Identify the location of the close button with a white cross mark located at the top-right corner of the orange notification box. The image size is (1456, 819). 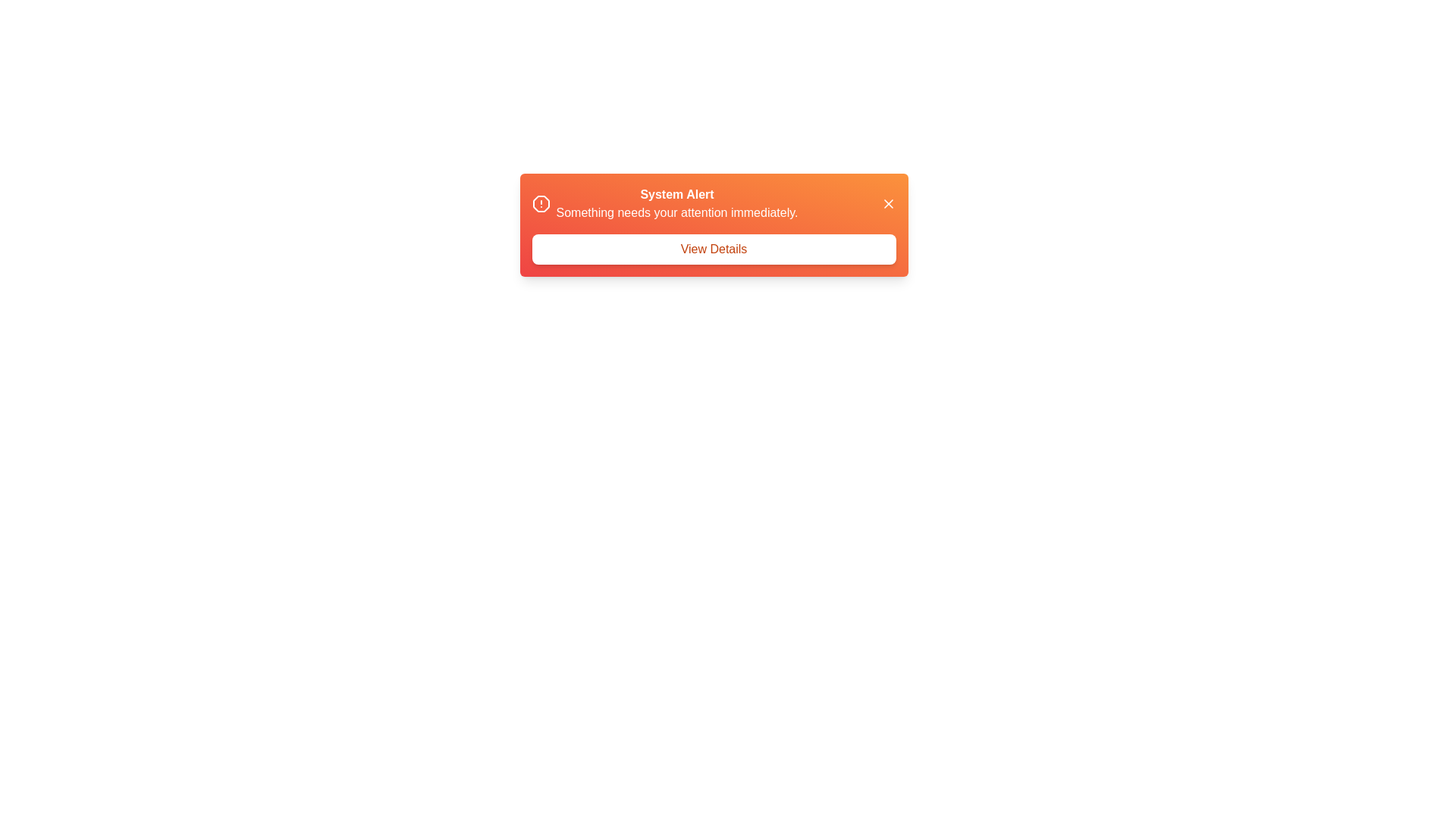
(888, 203).